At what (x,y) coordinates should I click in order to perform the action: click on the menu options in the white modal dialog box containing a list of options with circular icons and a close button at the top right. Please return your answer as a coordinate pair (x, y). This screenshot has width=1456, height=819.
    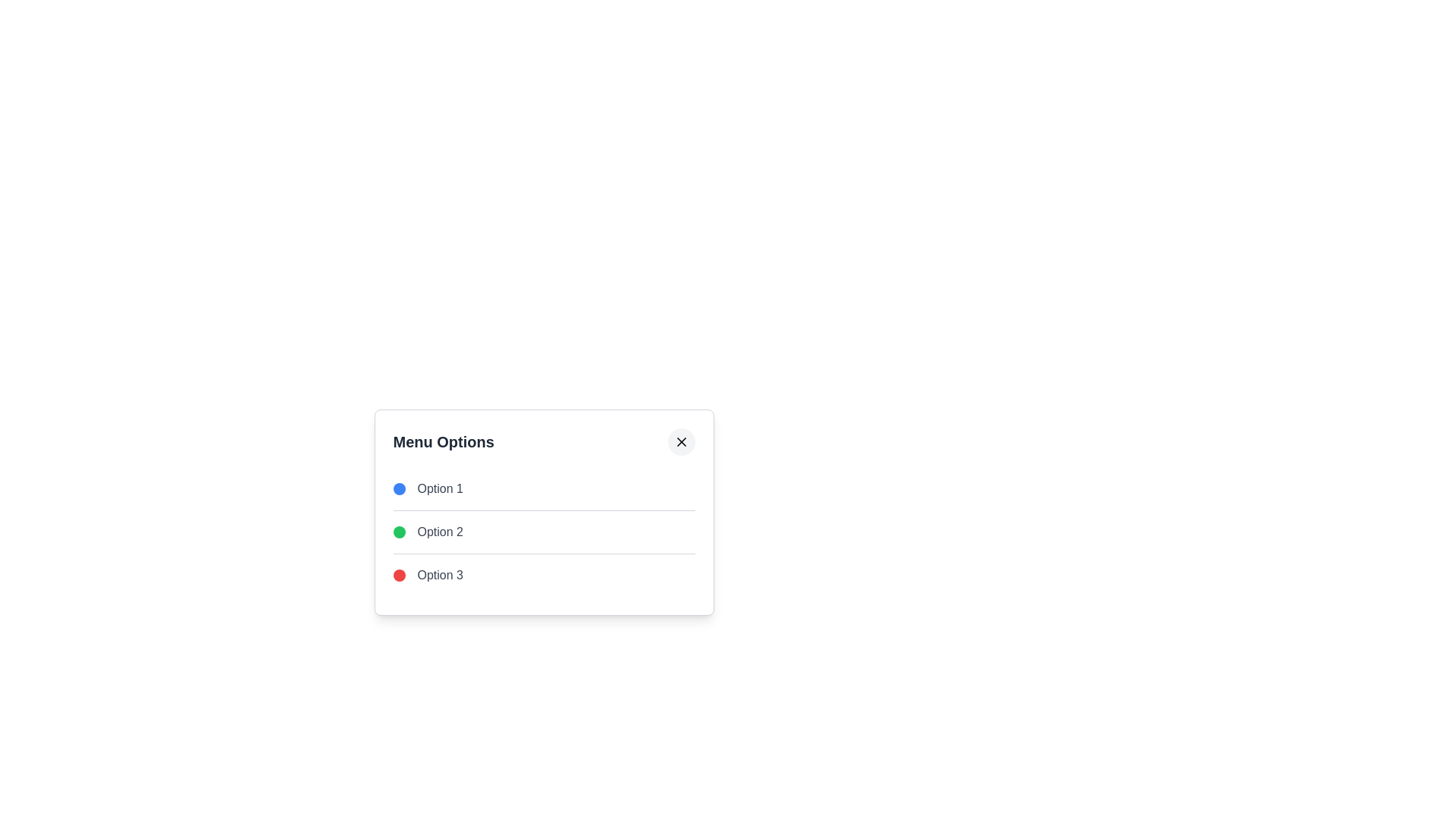
    Looking at the image, I should click on (544, 532).